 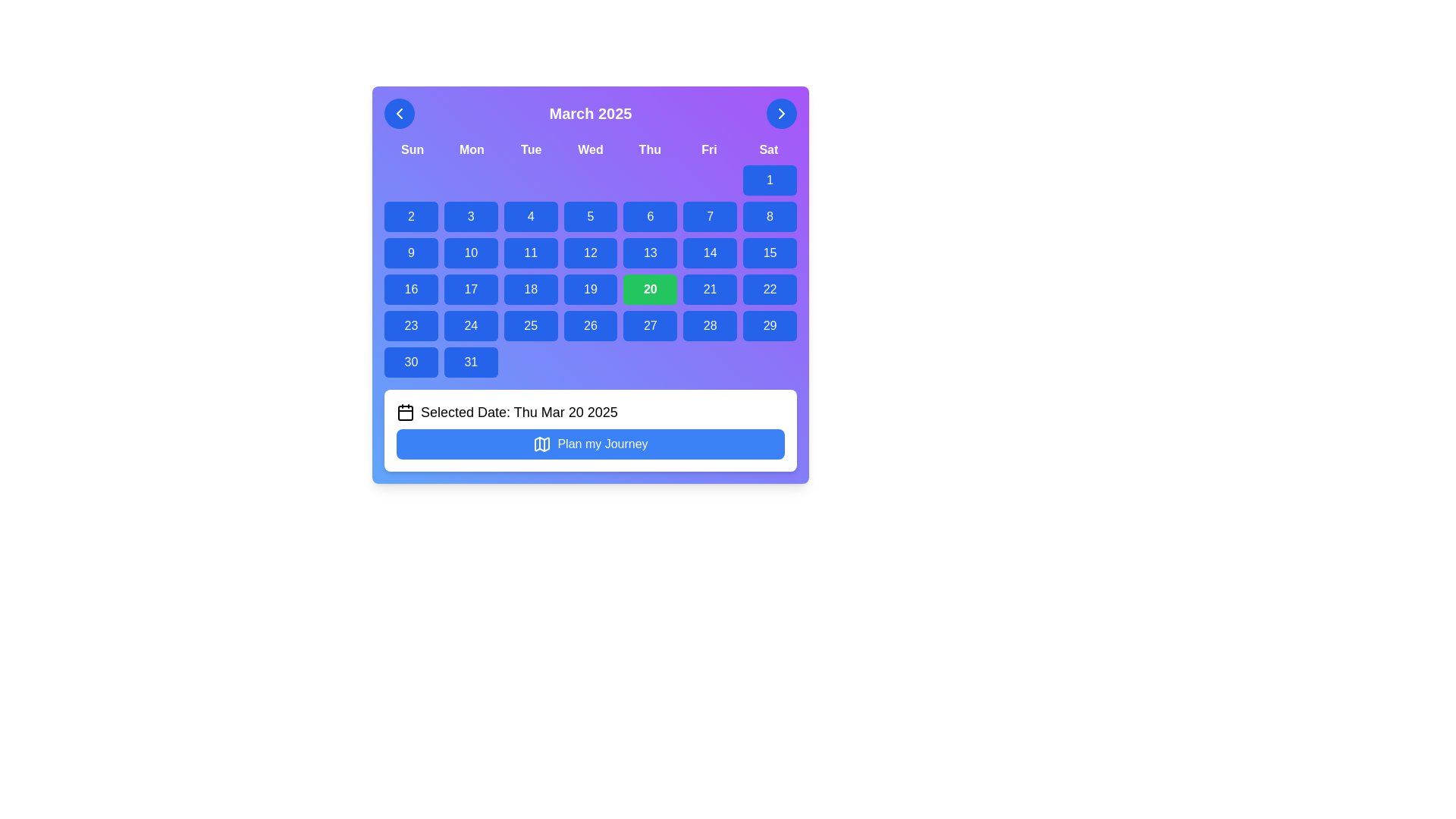 What do you see at coordinates (411, 362) in the screenshot?
I see `the blue rectangular button with rounded corners containing the white text '30'` at bounding box center [411, 362].